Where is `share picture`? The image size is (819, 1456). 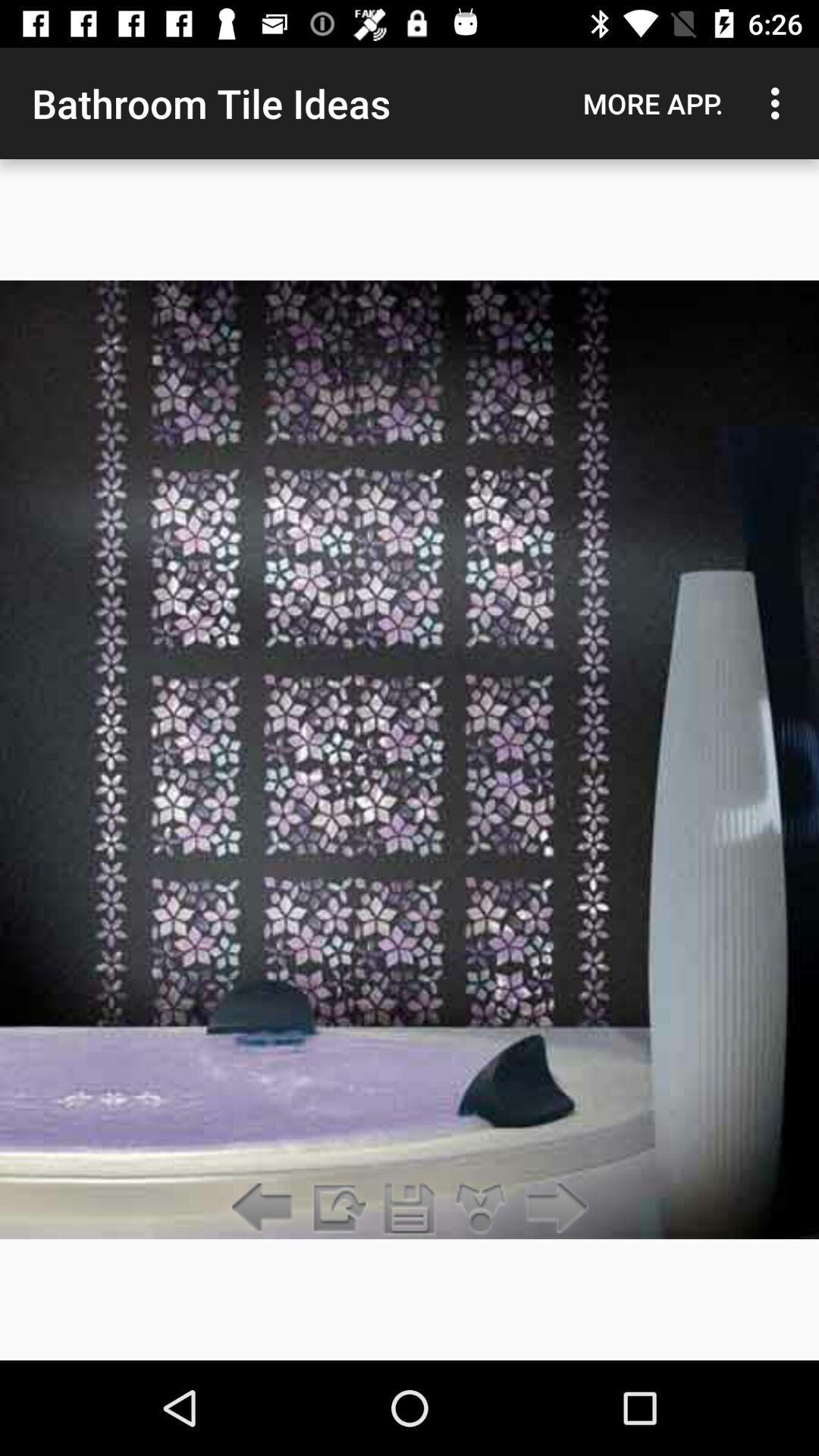
share picture is located at coordinates (481, 1208).